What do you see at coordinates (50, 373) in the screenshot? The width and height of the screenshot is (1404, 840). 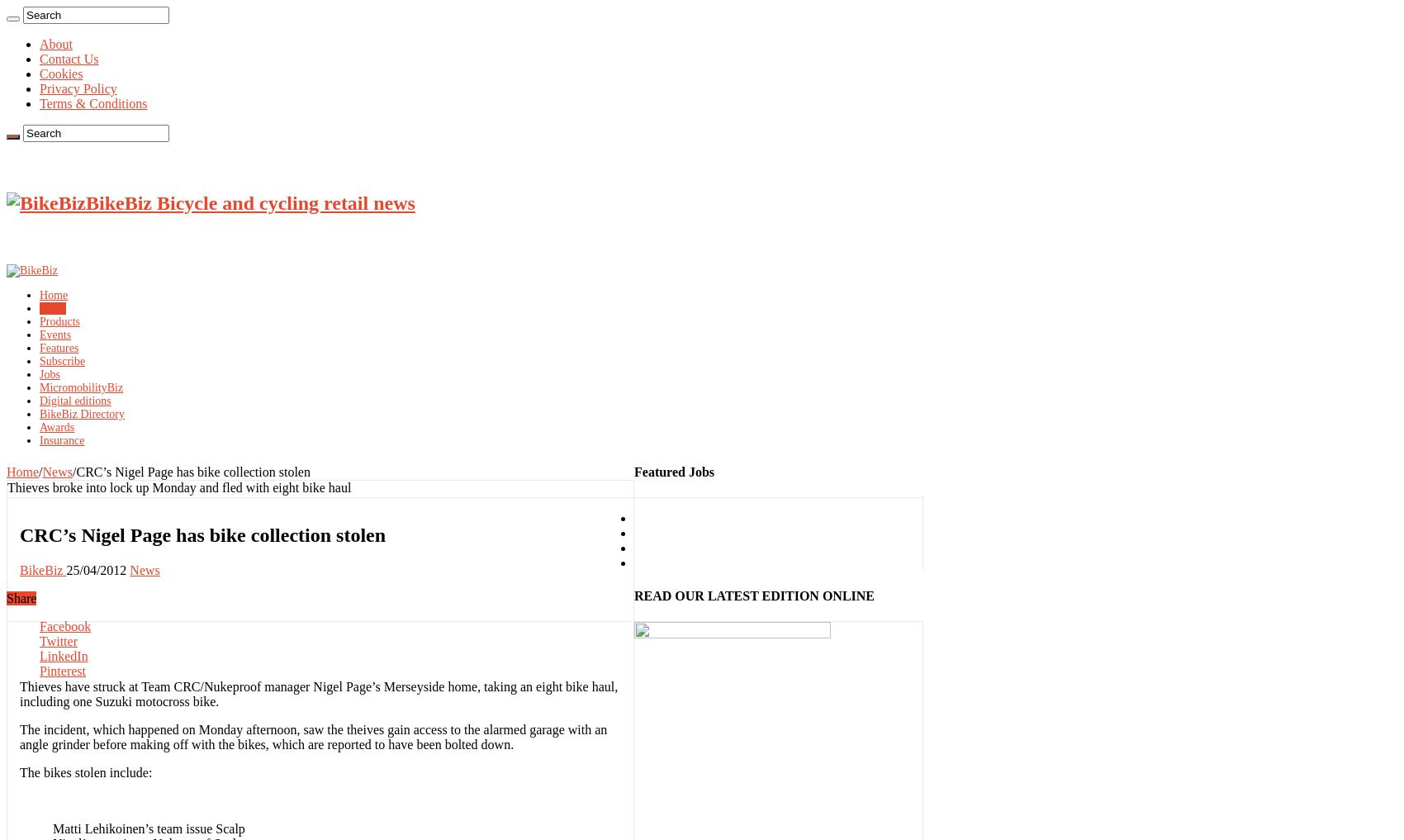 I see `'Jobs'` at bounding box center [50, 373].